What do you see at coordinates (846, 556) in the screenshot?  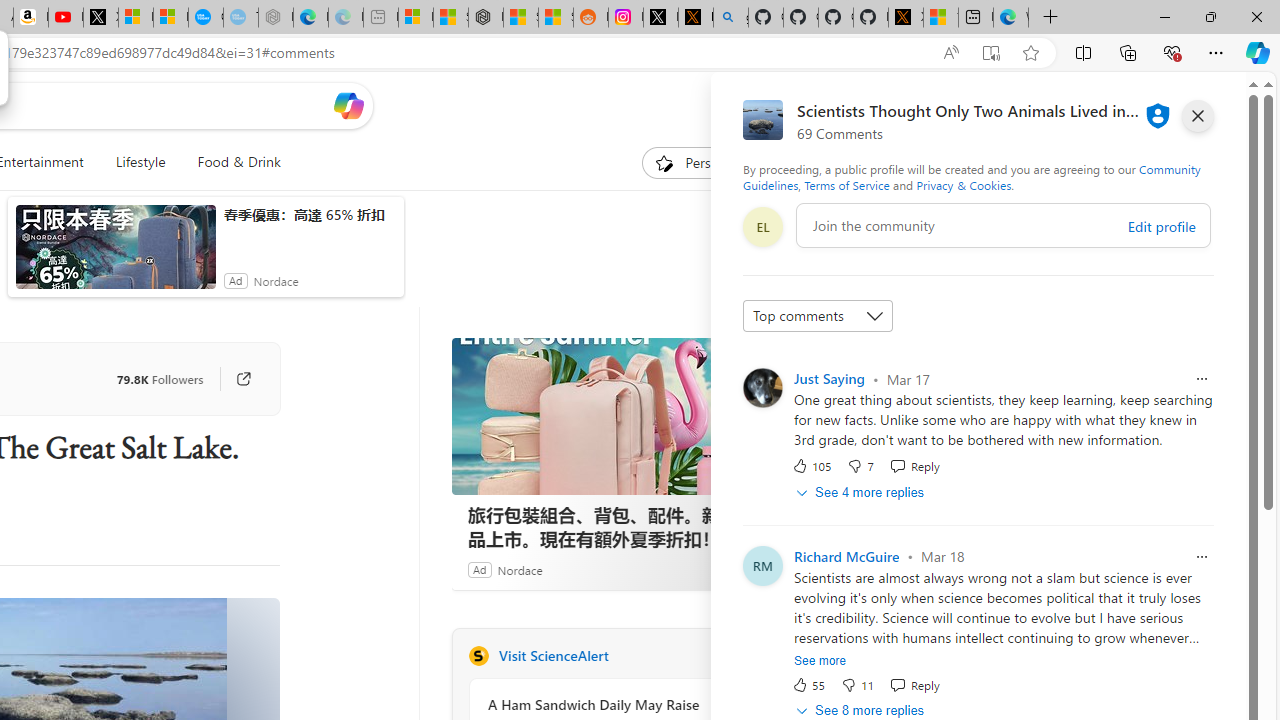 I see `'Richard McGuire'` at bounding box center [846, 556].